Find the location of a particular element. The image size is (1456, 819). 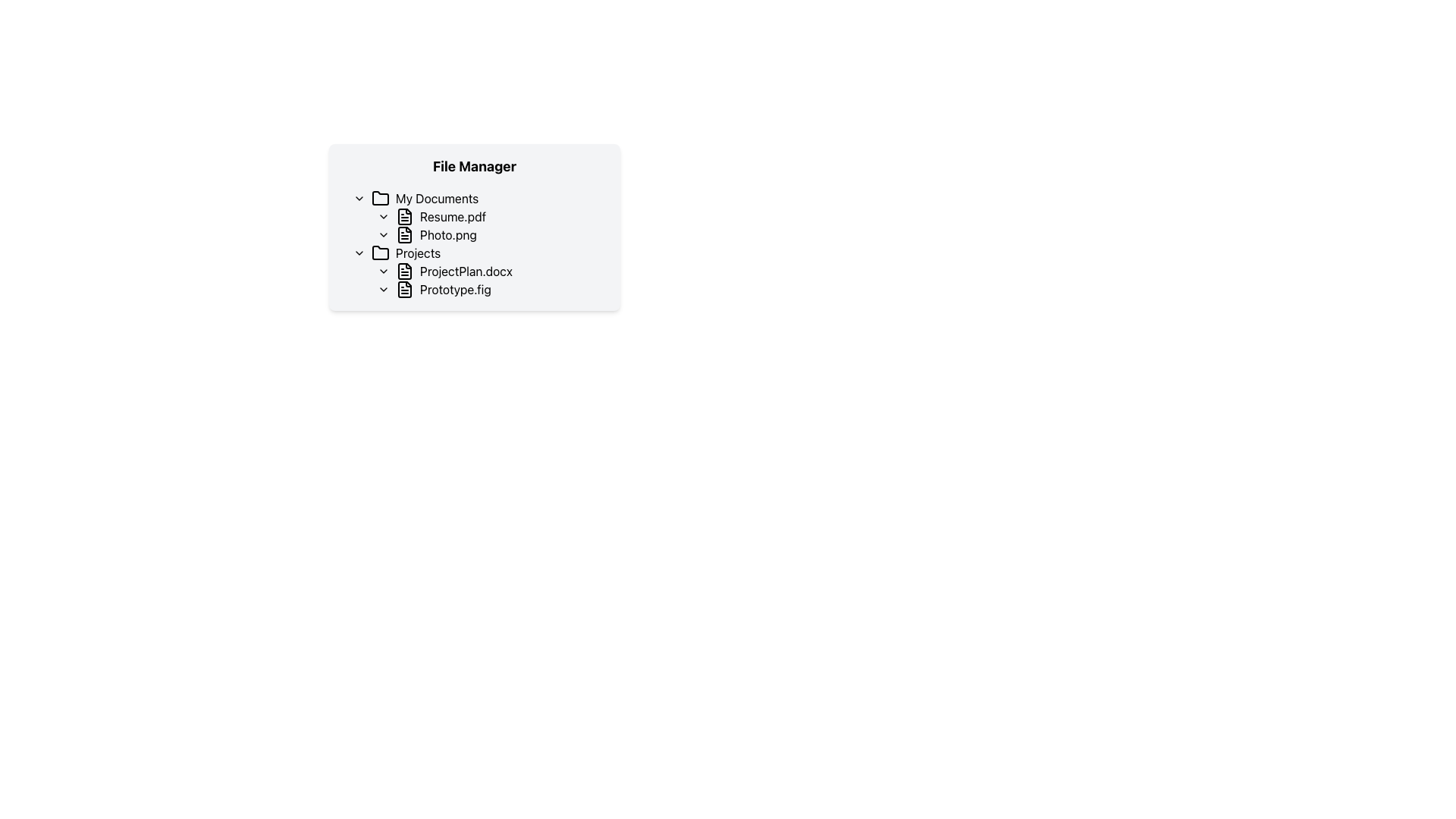

the second list item in the 'My Documents' section labeled 'Photo.png' is located at coordinates (473, 227).